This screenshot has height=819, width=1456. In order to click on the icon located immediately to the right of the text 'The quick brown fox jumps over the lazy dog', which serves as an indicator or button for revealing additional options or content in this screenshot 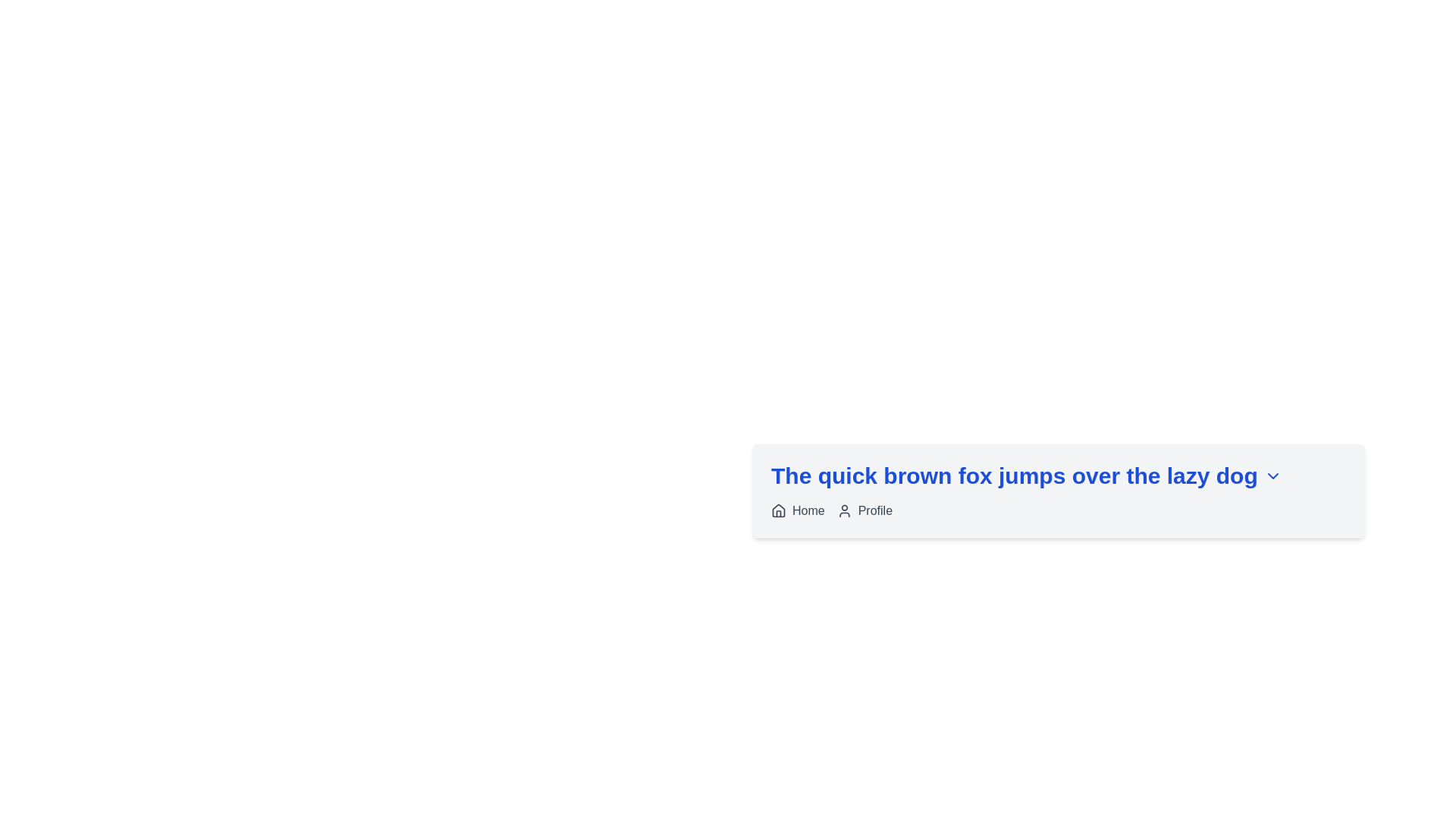, I will do `click(1272, 475)`.